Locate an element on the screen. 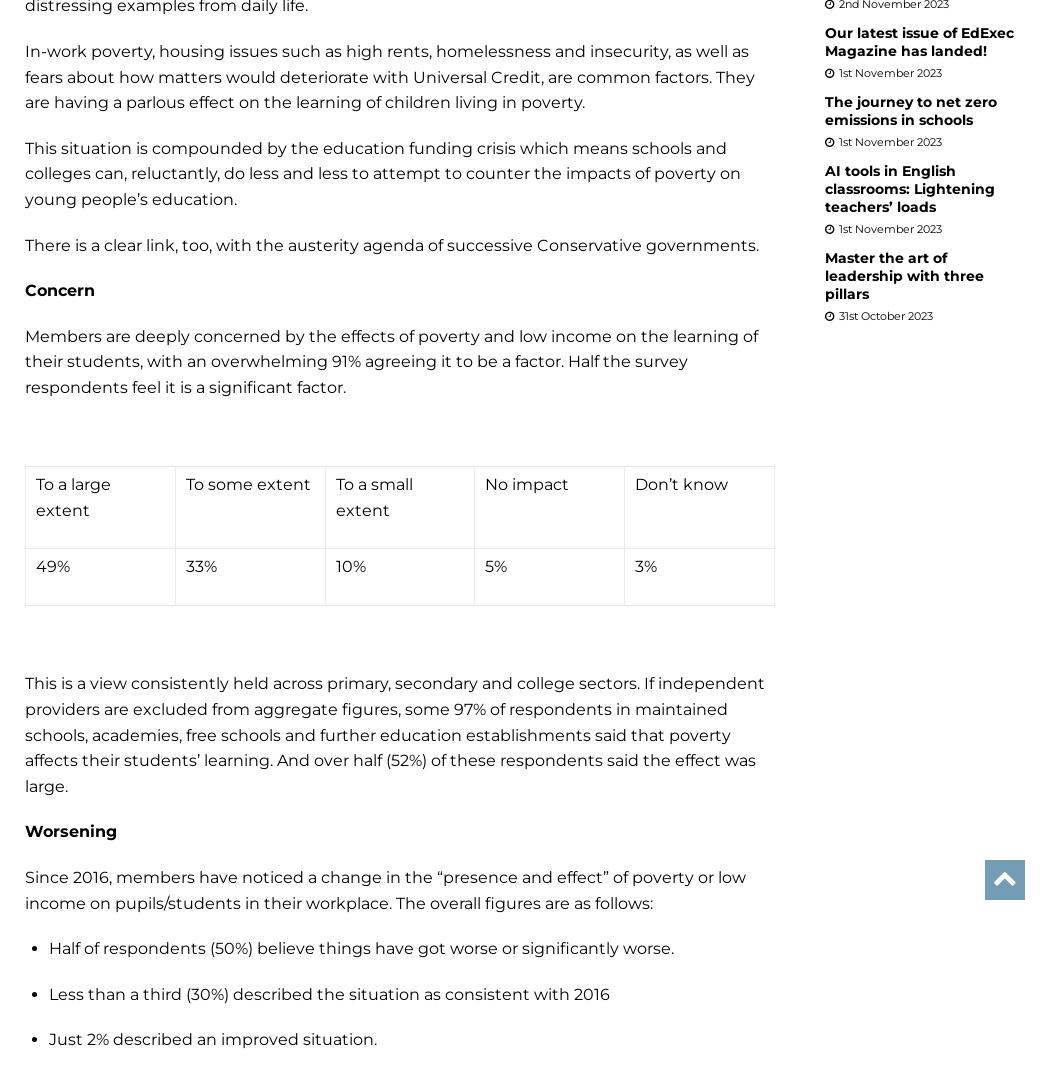  'The journey to net zero emissions in schools' is located at coordinates (910, 108).